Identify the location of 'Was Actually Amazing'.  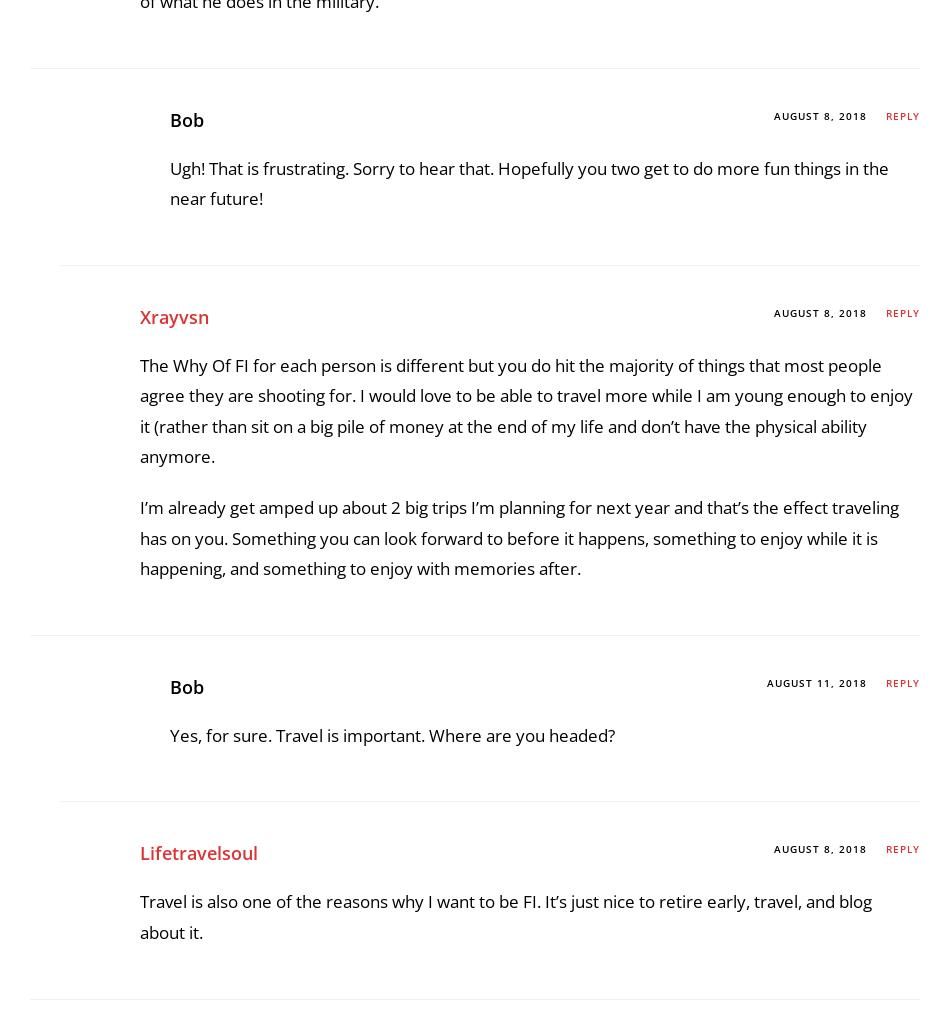
(235, 22).